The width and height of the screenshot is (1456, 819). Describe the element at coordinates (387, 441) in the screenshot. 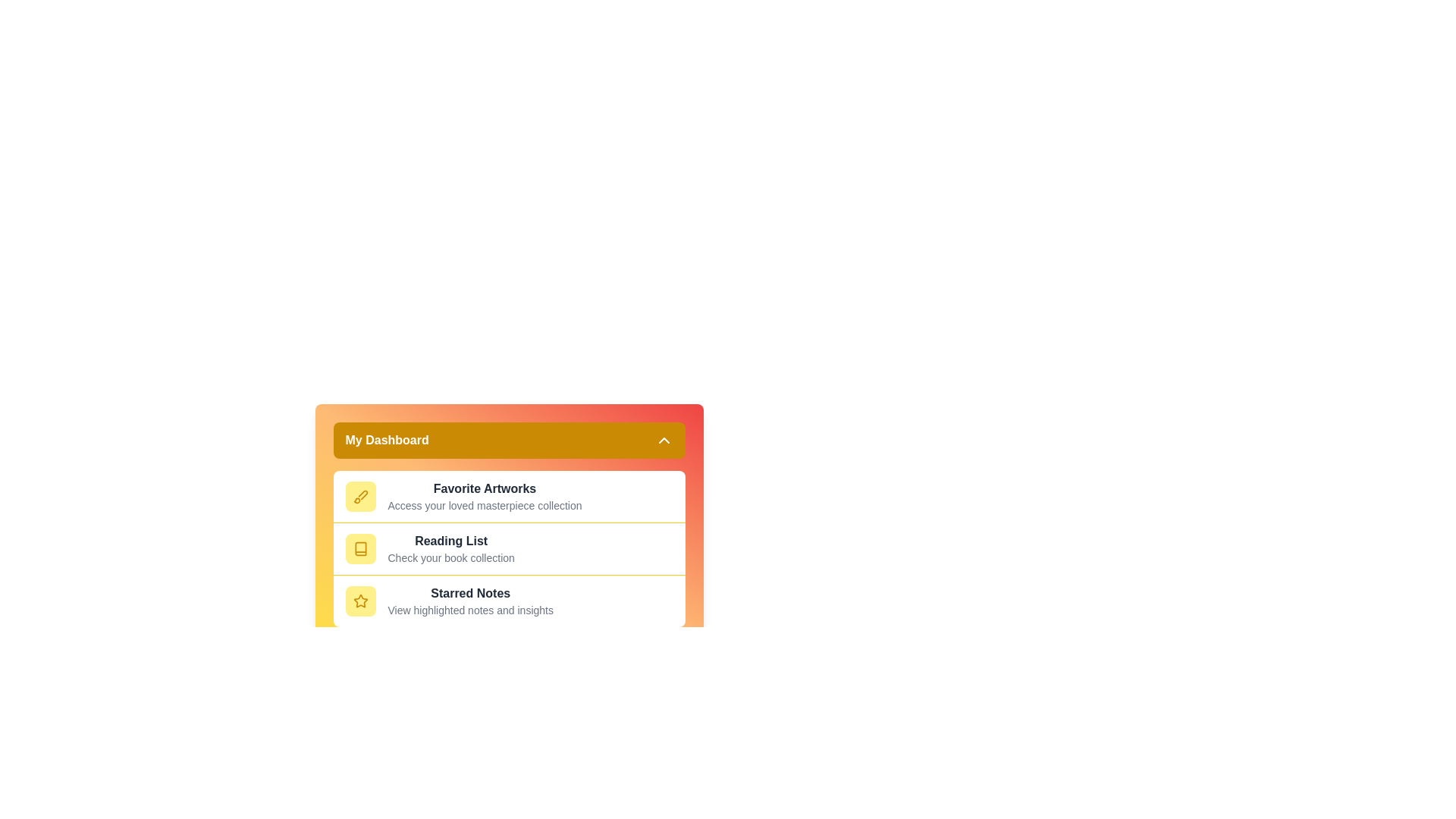

I see `the text label reading 'My Dashboard' which is styled with white text on a yellow background, located on the left side of the header bar` at that location.